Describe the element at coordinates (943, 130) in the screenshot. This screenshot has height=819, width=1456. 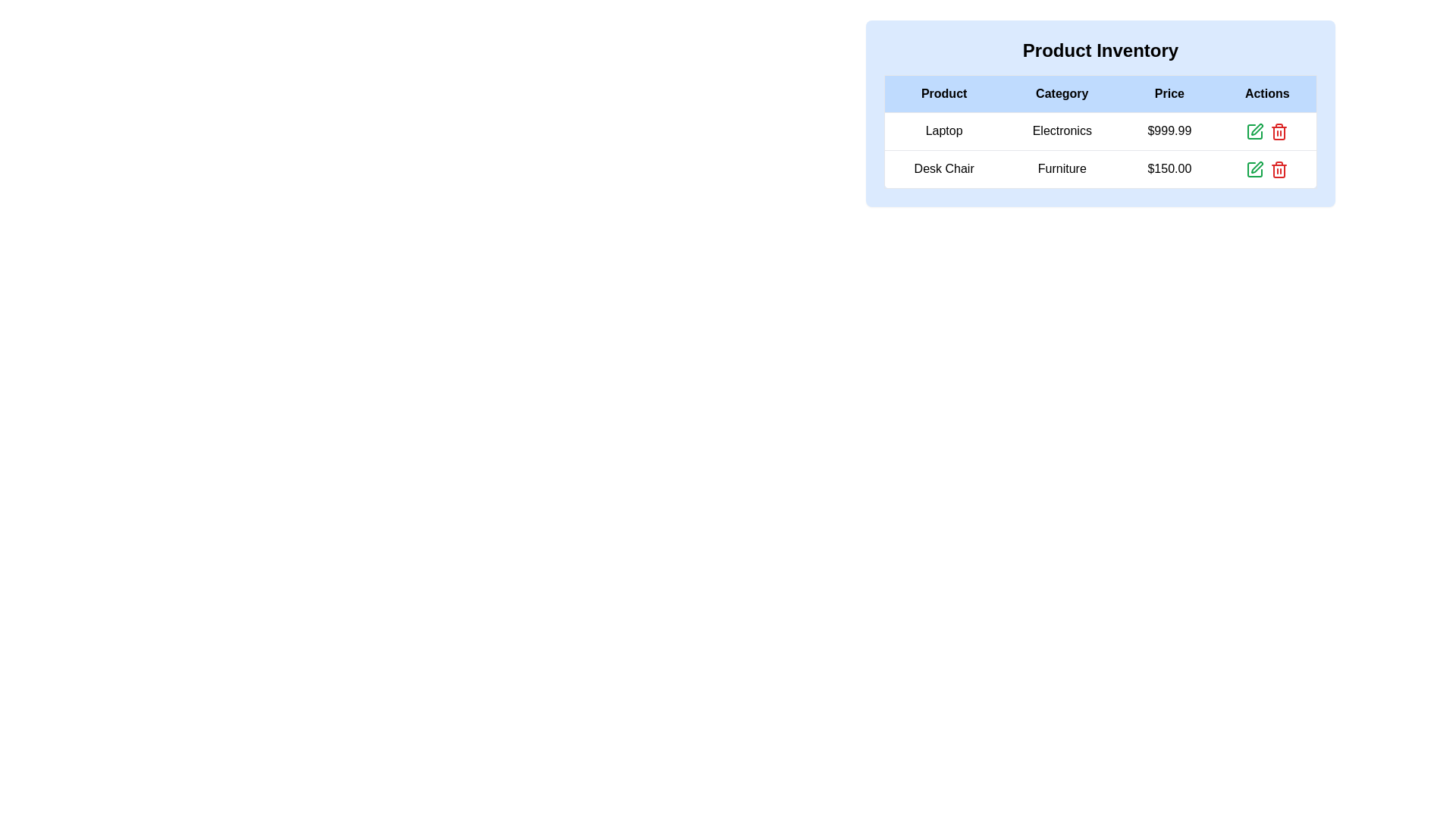
I see `the text label indicating the product name 'Laptop' in the first row of the table under the 'Product' column` at that location.